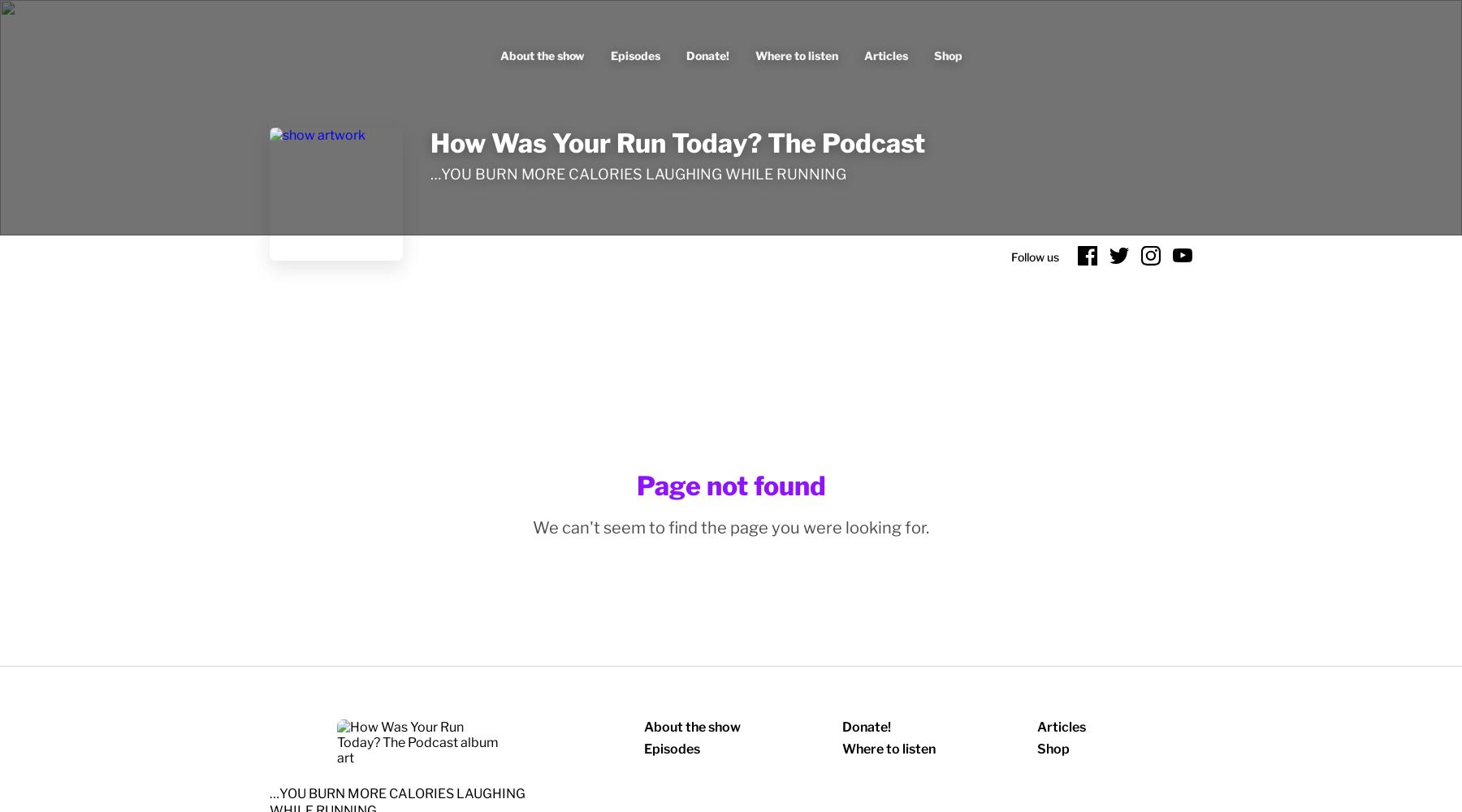  I want to click on 'We can't seem to find the page you were looking for.', so click(532, 527).